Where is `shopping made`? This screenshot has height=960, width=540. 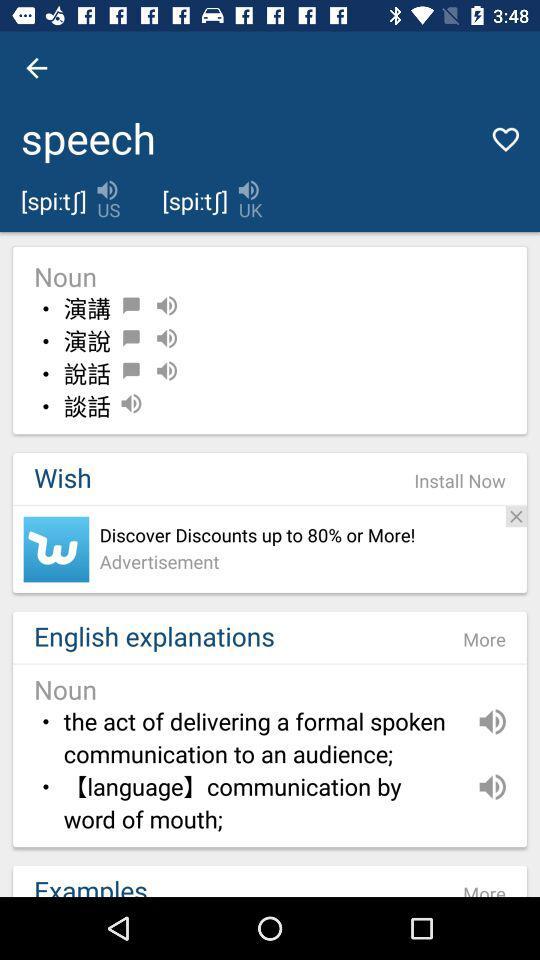 shopping made is located at coordinates (56, 549).